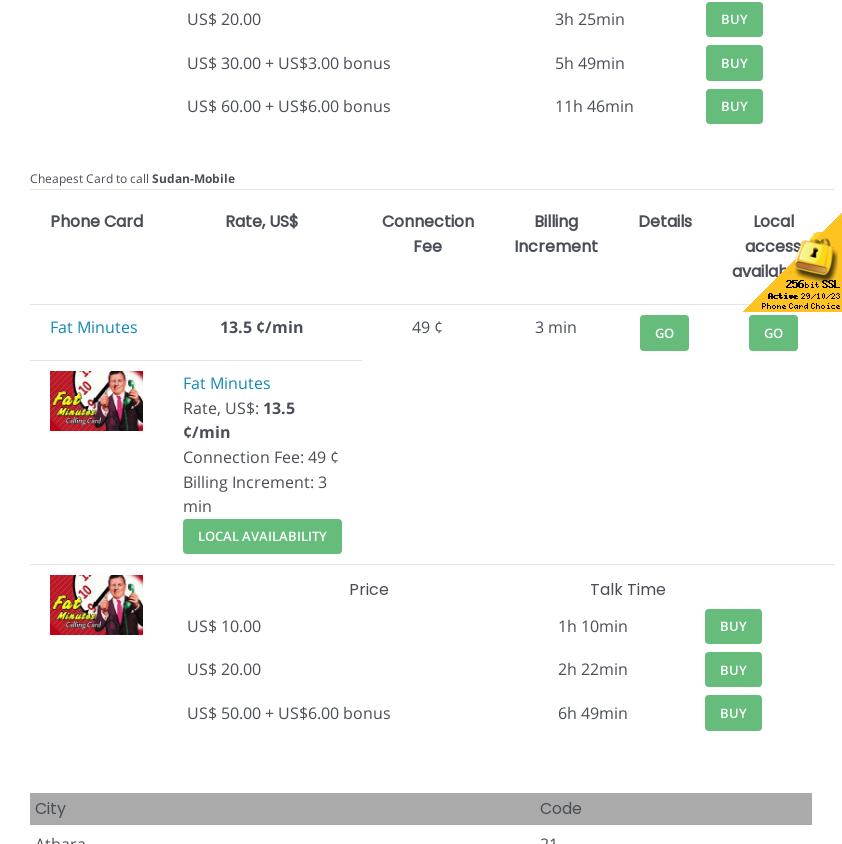 The width and height of the screenshot is (842, 844). What do you see at coordinates (553, 17) in the screenshot?
I see `'3h 25min'` at bounding box center [553, 17].